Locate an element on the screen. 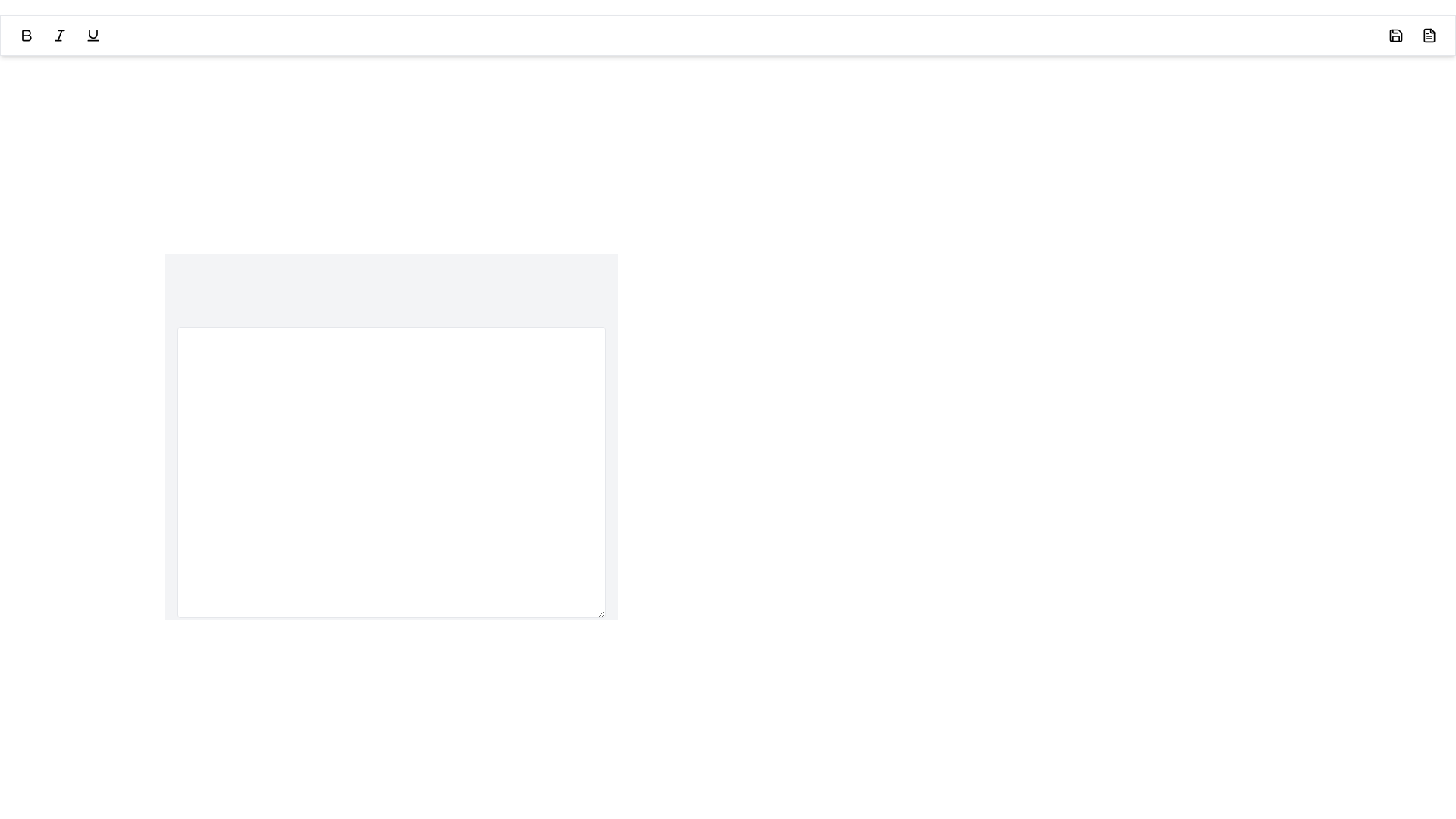 This screenshot has height=819, width=1456. the italicized 'I' icon button, which is the second icon from the left in the formatting controls toolbar is located at coordinates (59, 34).